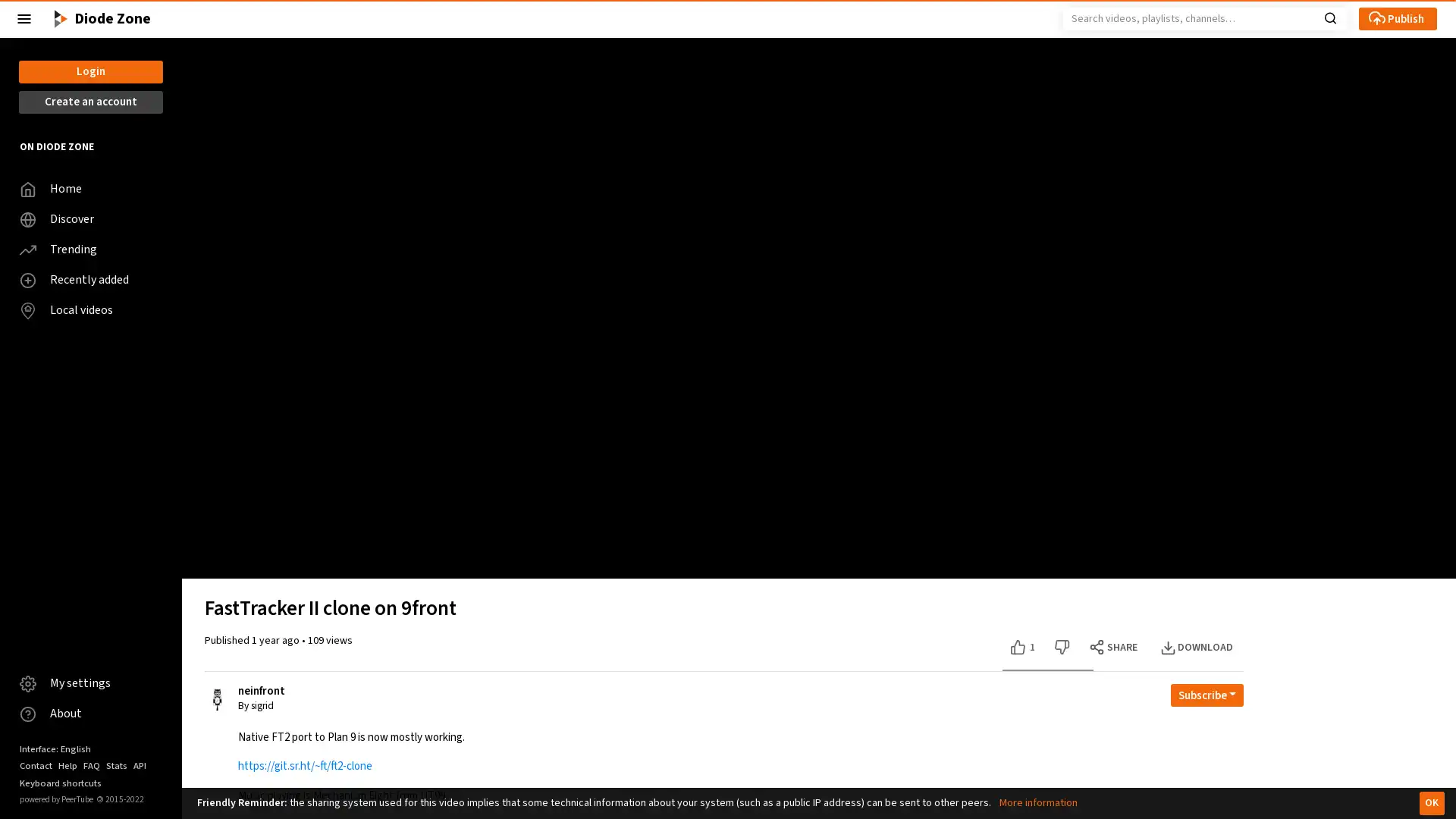 Image resolution: width=1456 pixels, height=819 pixels. Describe the element at coordinates (1197, 647) in the screenshot. I see `DOWNLOAD` at that location.